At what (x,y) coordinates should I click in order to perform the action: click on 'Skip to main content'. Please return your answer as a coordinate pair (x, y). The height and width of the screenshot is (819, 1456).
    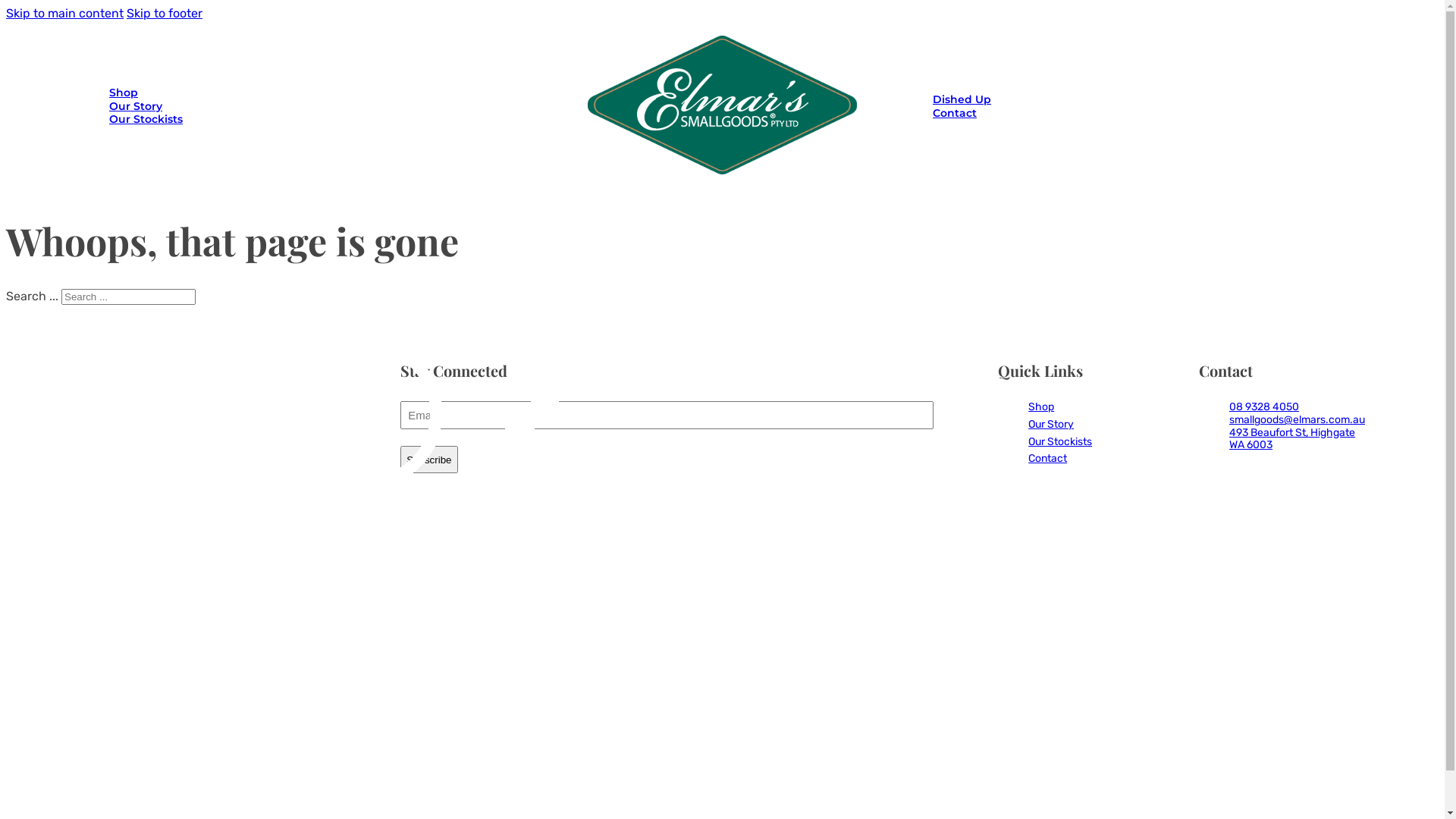
    Looking at the image, I should click on (64, 13).